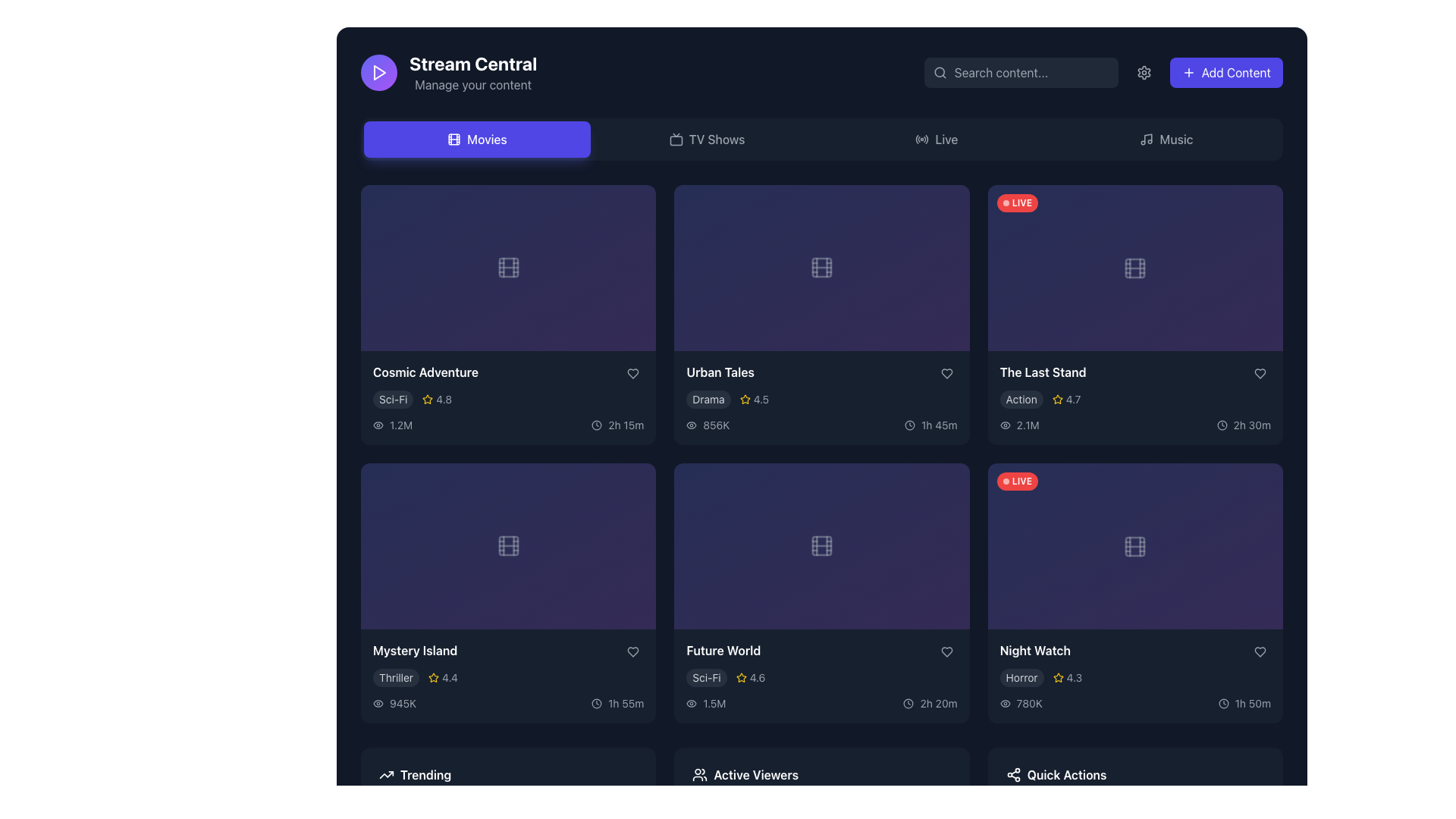 Image resolution: width=1456 pixels, height=819 pixels. What do you see at coordinates (403, 703) in the screenshot?
I see `the text label displaying the number of views for the 'Mystery Island' movie located in the lower-left section of the card, to the right of the eye icon` at bounding box center [403, 703].